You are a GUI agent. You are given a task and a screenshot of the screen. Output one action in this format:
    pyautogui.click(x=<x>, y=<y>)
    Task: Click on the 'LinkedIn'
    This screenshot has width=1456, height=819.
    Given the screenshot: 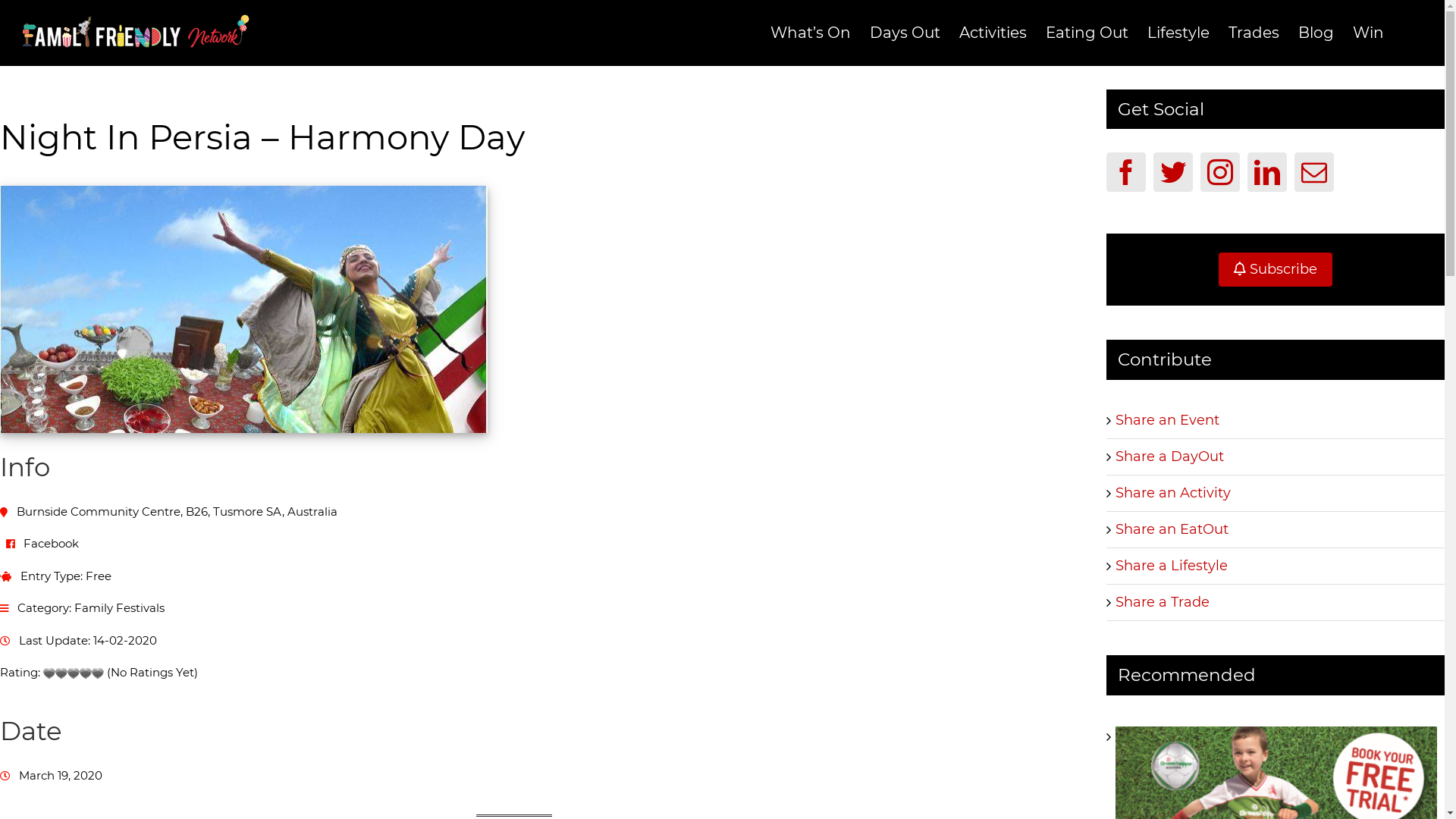 What is the action you would take?
    pyautogui.click(x=1266, y=171)
    